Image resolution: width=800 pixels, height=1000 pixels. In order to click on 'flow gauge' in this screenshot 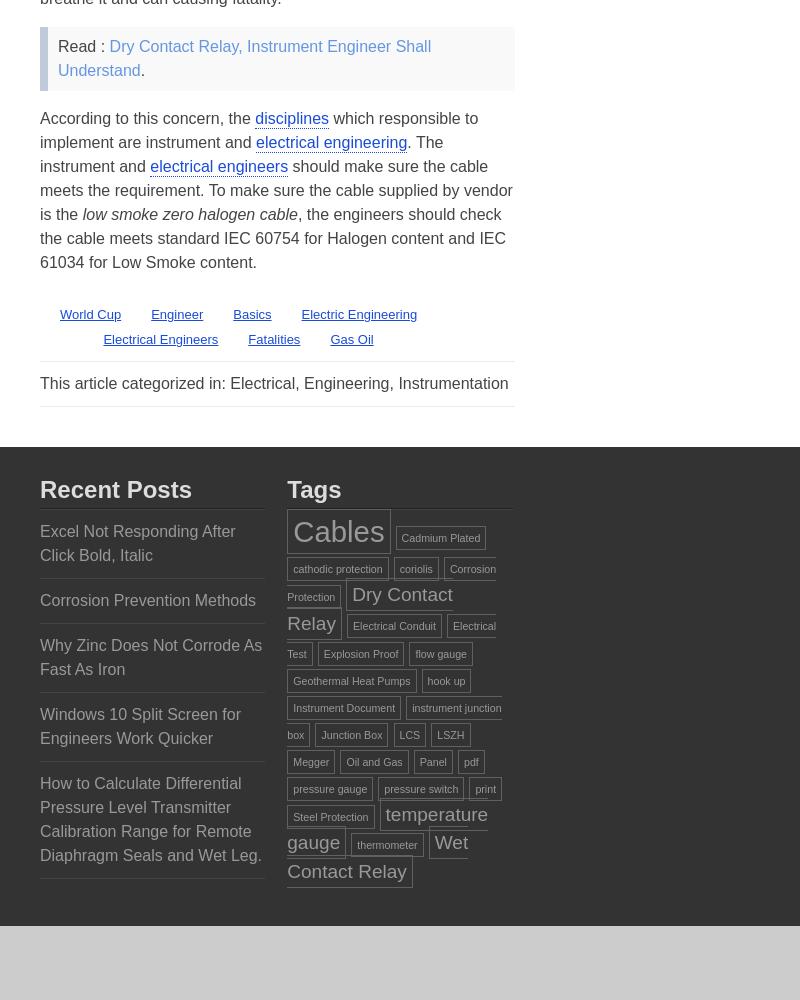, I will do `click(440, 653)`.